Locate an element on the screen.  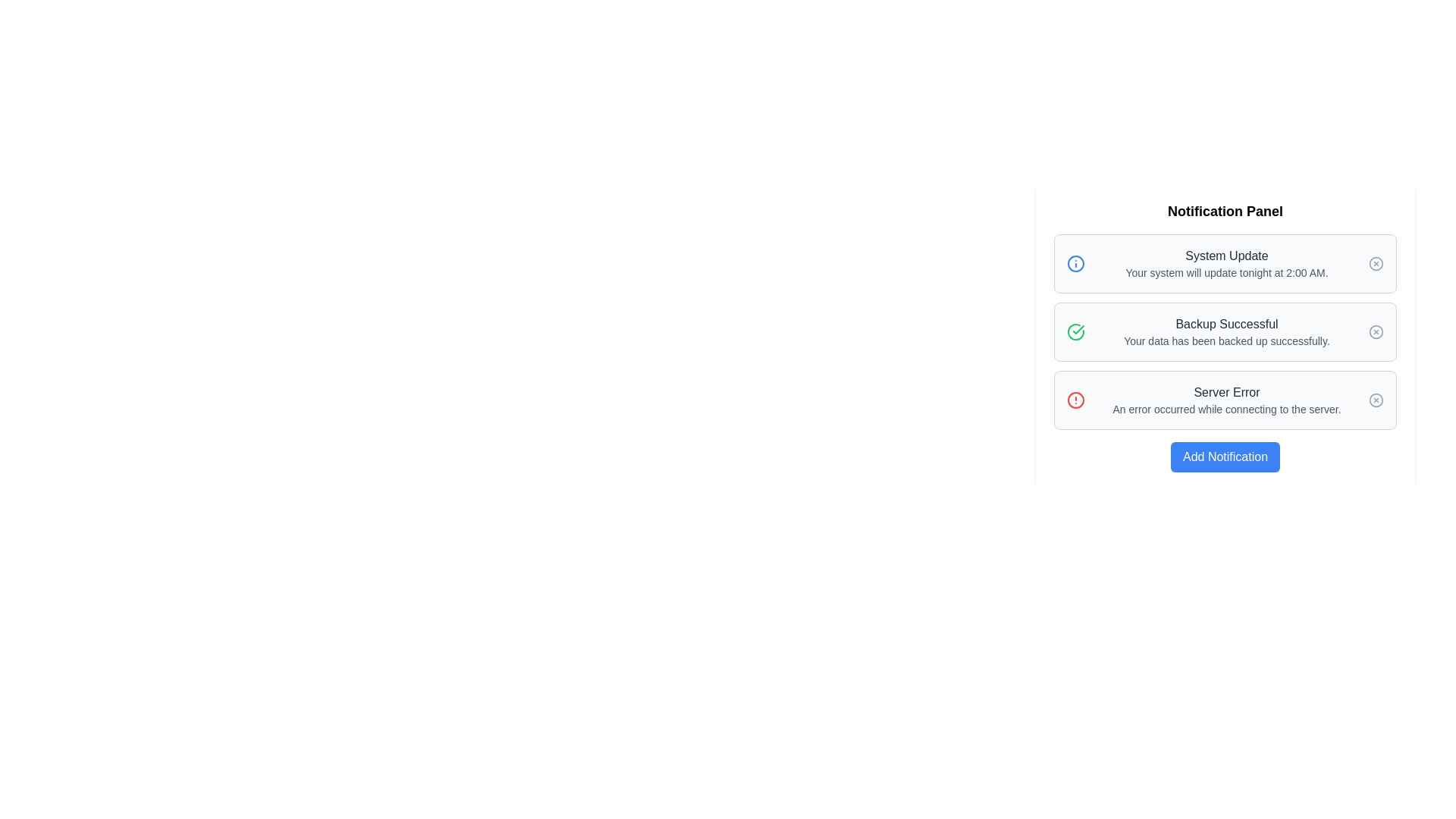
the 'Server Error' text label, which is styled with a medium font weight and gray color, located in the notification panel is located at coordinates (1226, 391).